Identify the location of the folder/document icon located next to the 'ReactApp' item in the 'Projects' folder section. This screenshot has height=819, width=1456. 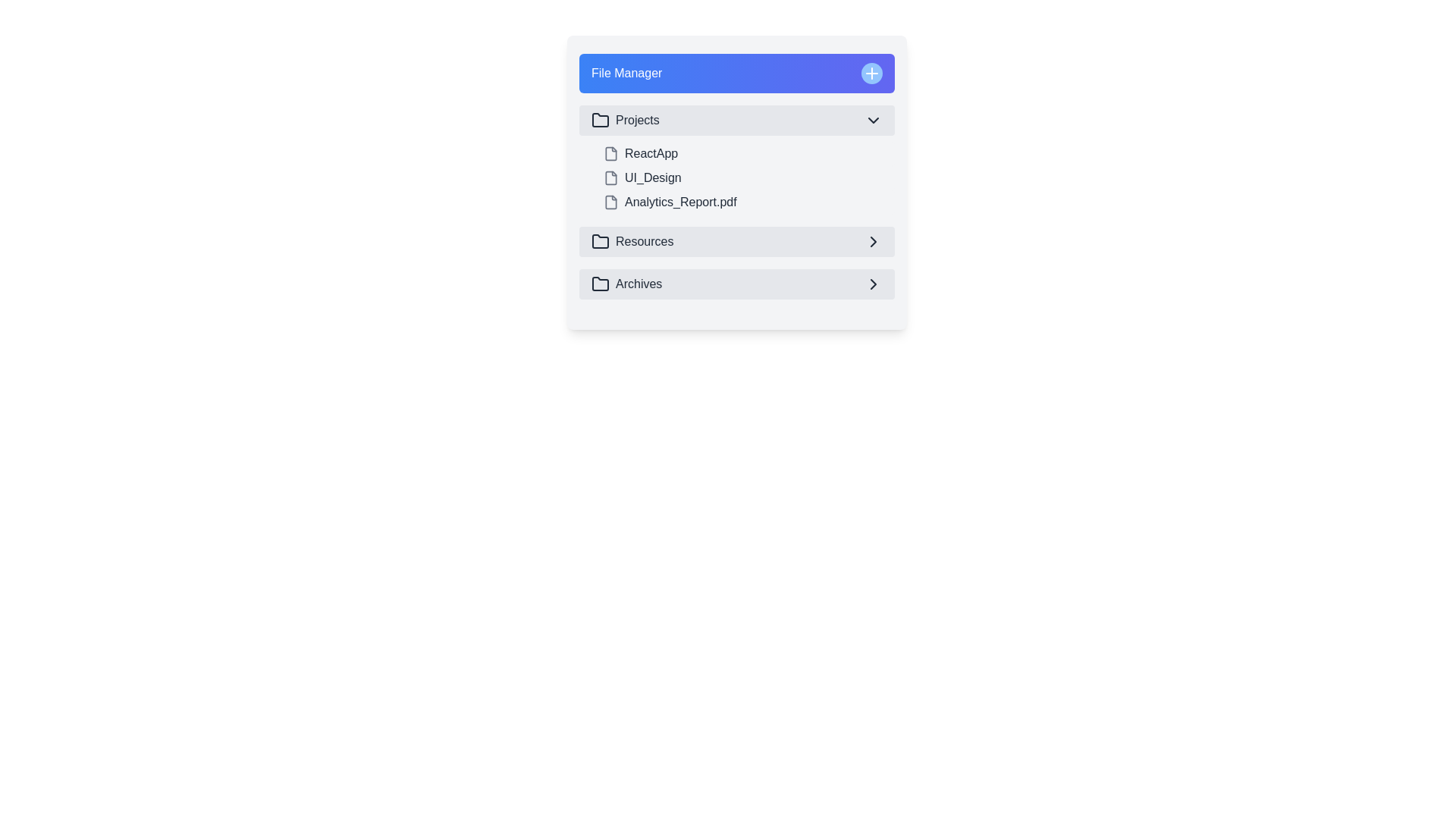
(611, 154).